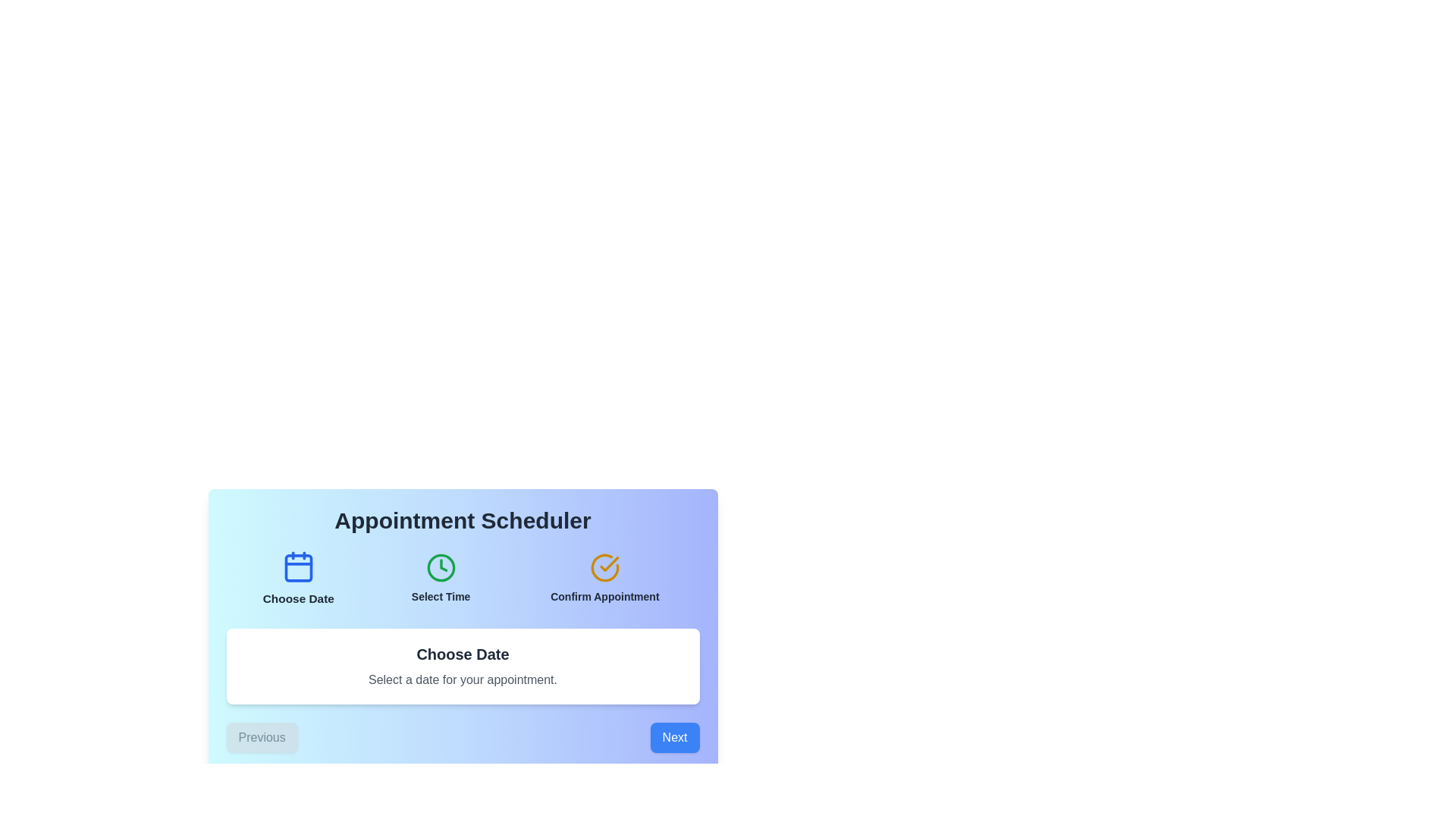  I want to click on the step button corresponding to Select Time to display its description, so click(440, 579).